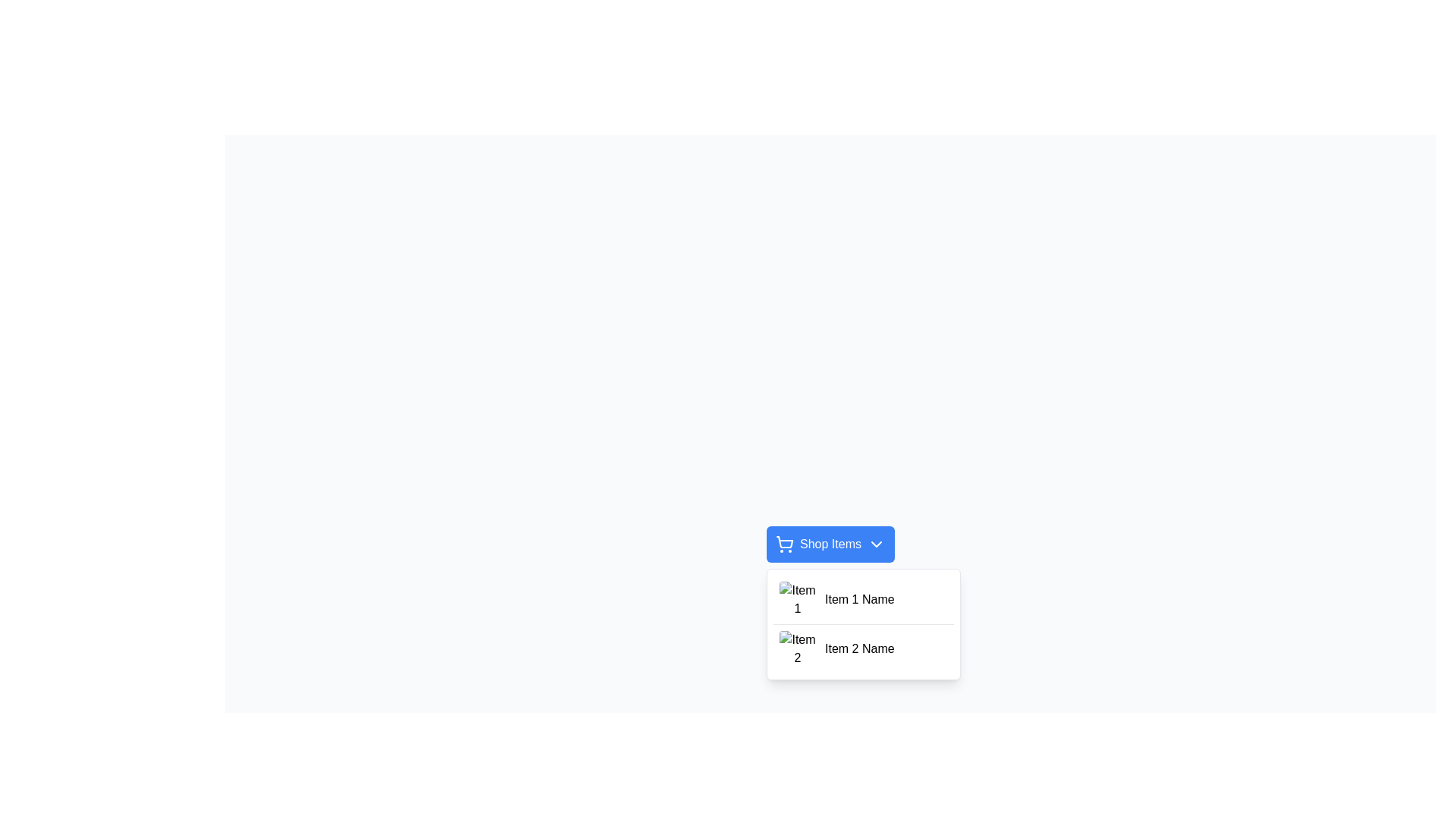 This screenshot has height=819, width=1456. Describe the element at coordinates (785, 543) in the screenshot. I see `the shopping cart icon located to the left of the 'Shop Items' button, which serves as a visual representation for shopping-related actions` at that location.